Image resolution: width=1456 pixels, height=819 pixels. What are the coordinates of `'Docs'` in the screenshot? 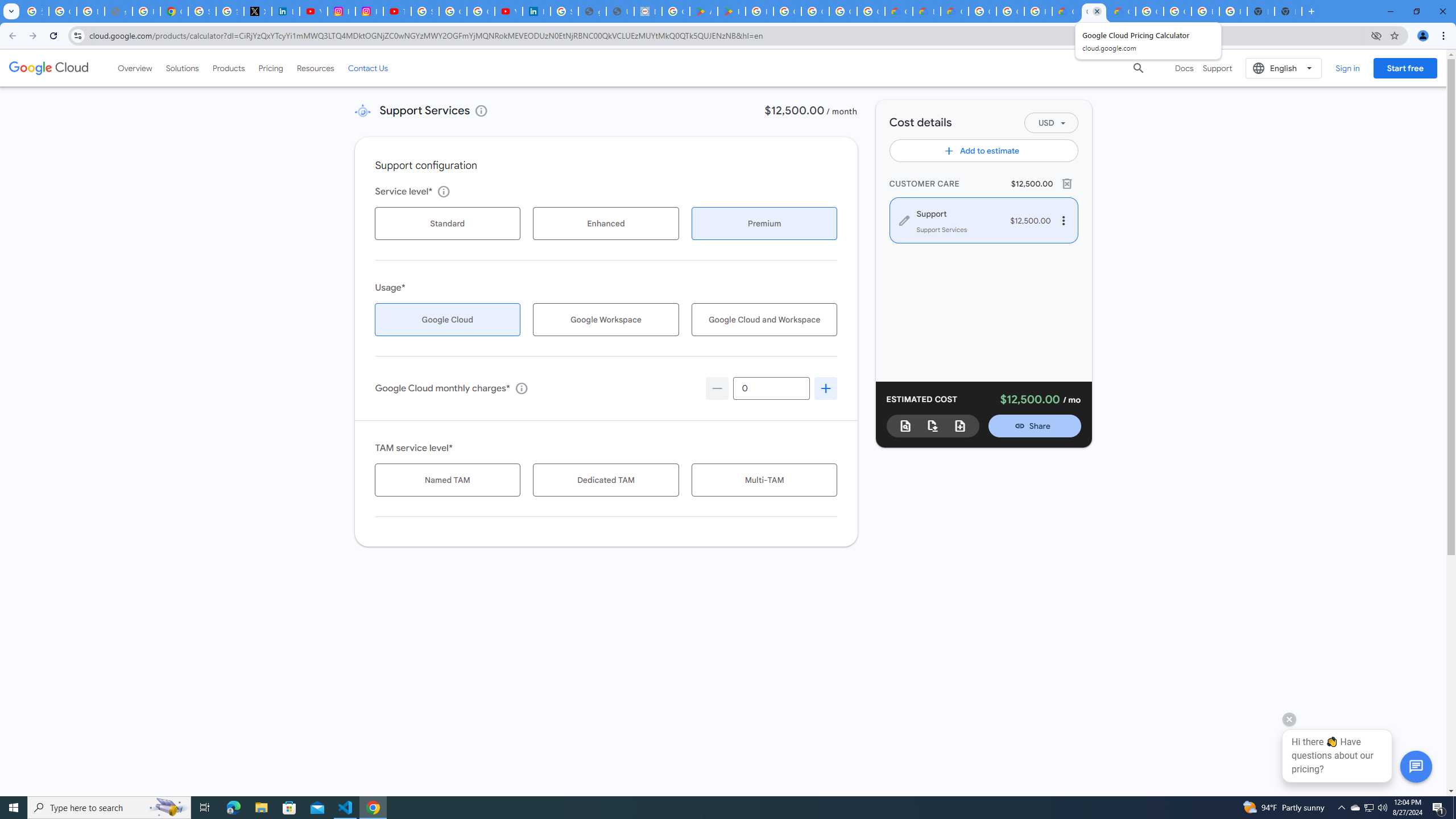 It's located at (1184, 67).